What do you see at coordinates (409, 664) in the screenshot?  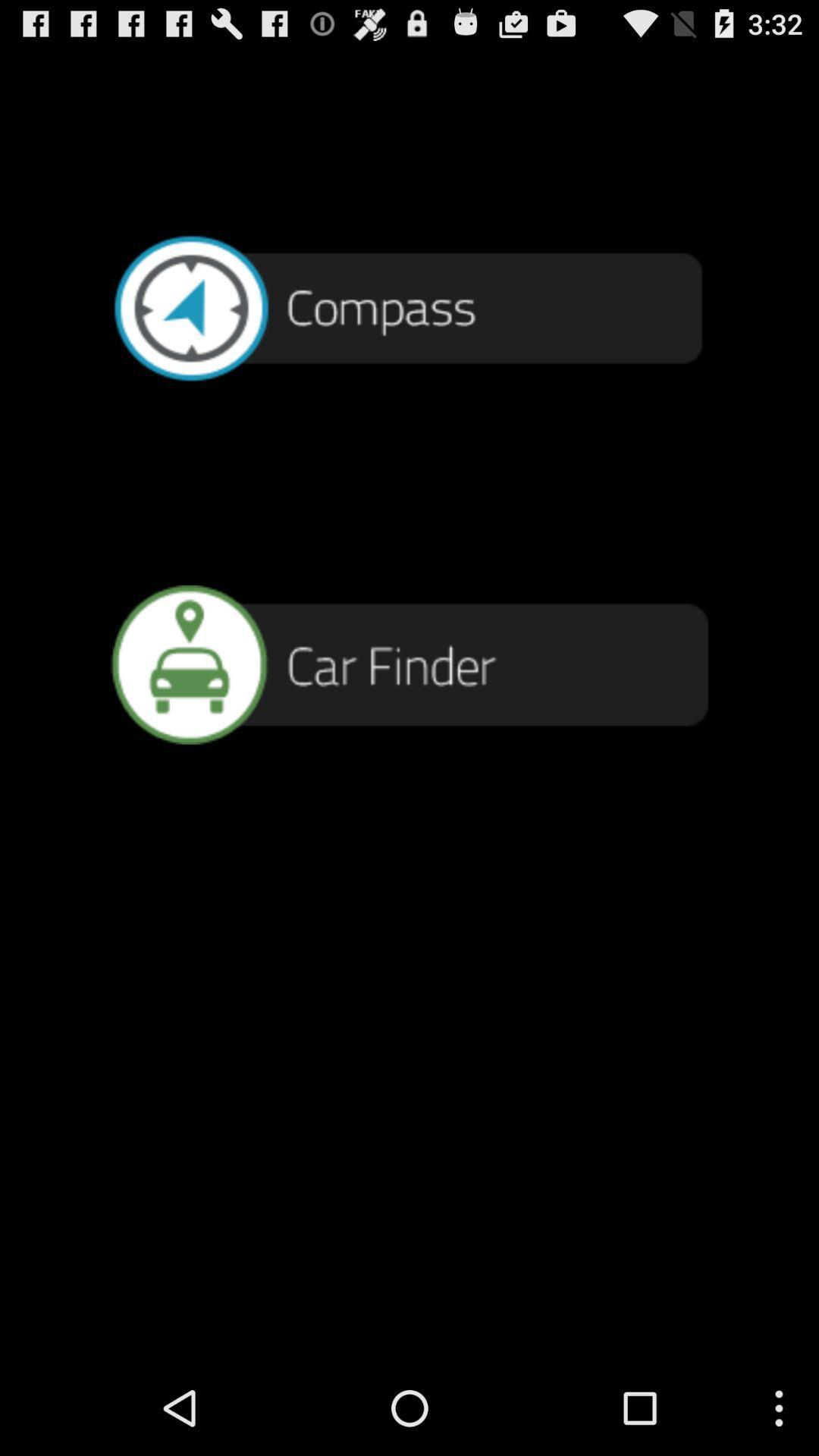 I see `car finder` at bounding box center [409, 664].